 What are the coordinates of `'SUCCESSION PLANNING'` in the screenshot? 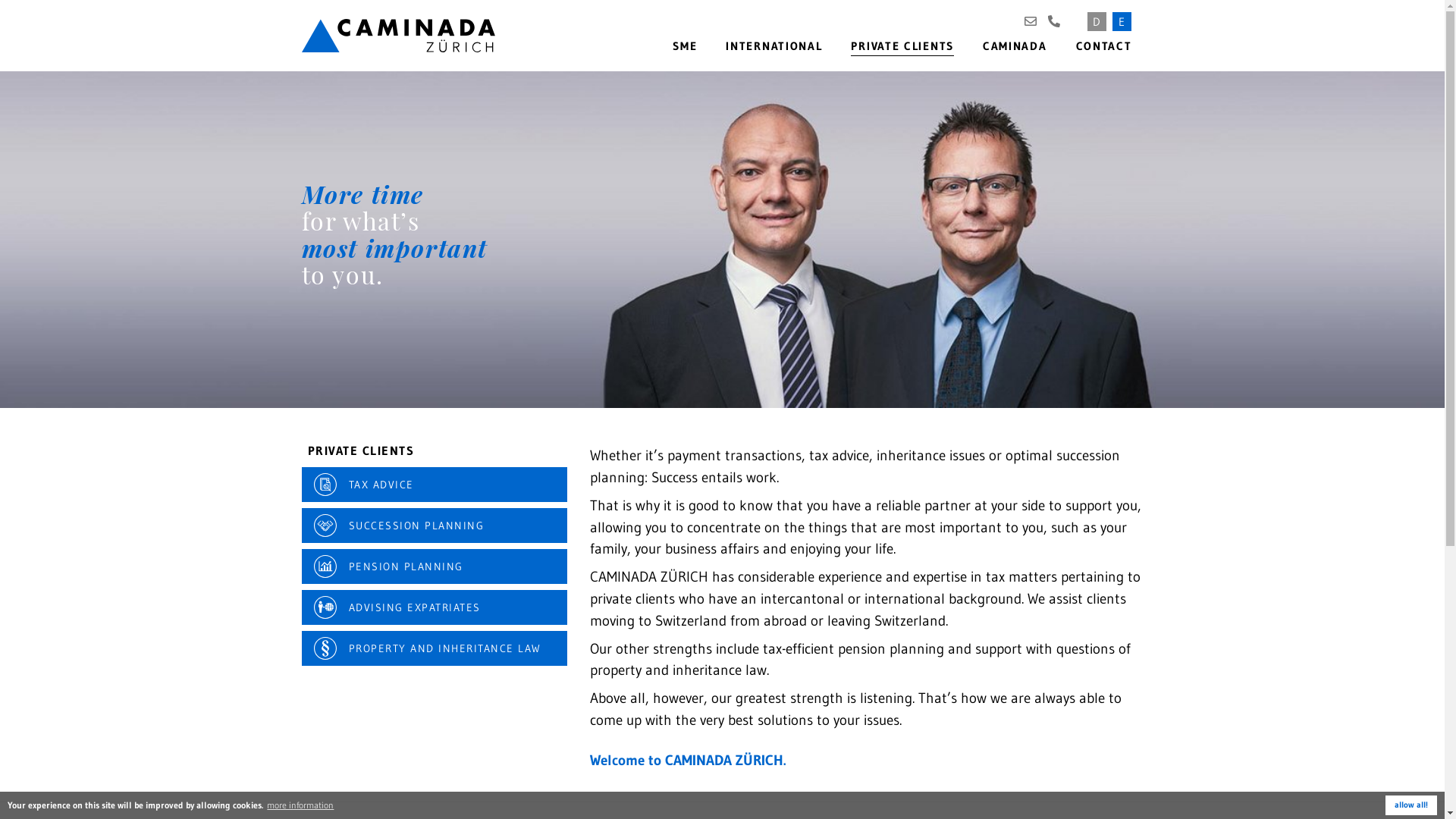 It's located at (433, 525).